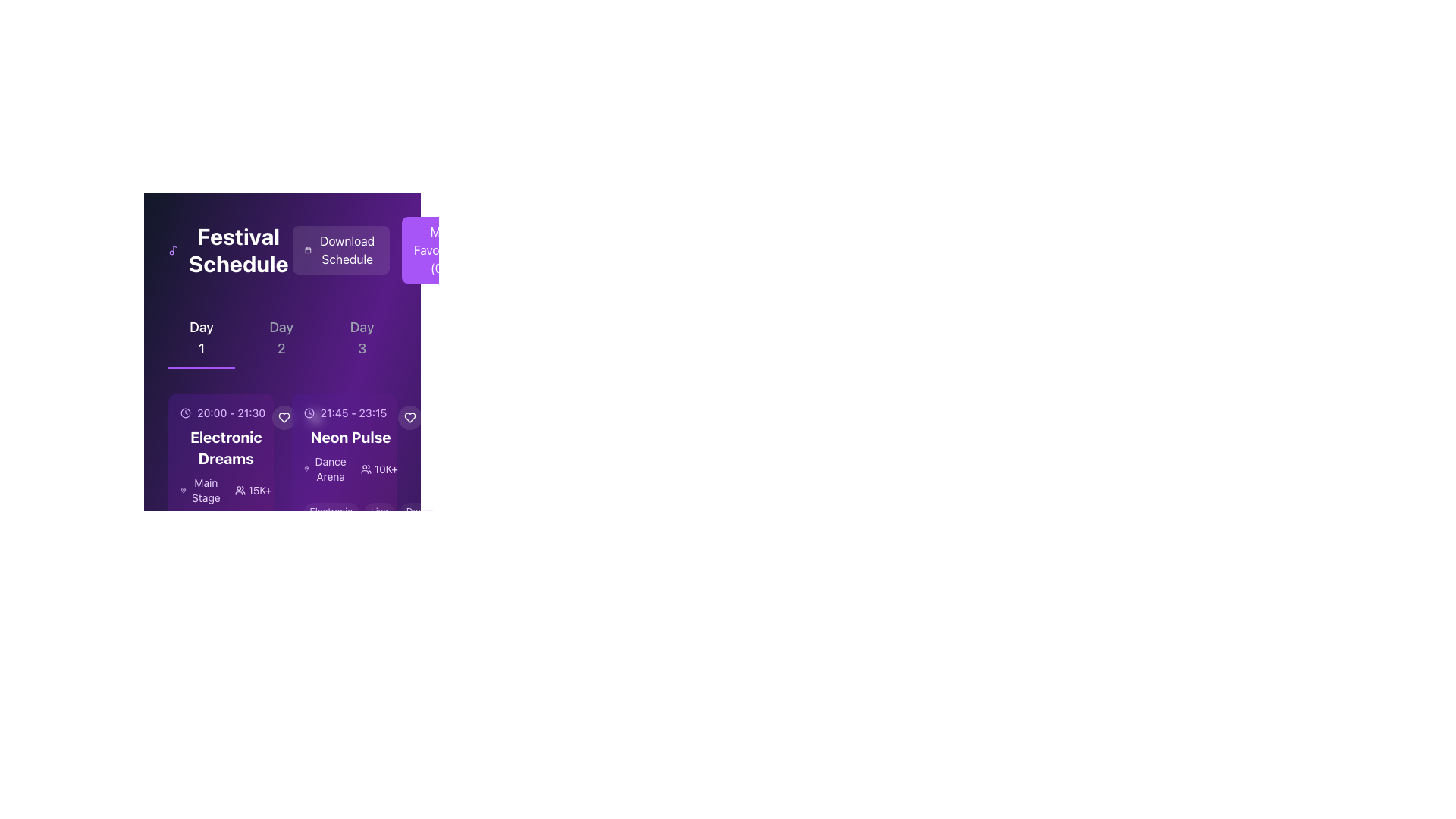  What do you see at coordinates (308, 413) in the screenshot?
I see `the decorative circular vector shape that is part of the clock icon, located near the label '21:45 - 23:15' and above the text 'Dance Arena'` at bounding box center [308, 413].